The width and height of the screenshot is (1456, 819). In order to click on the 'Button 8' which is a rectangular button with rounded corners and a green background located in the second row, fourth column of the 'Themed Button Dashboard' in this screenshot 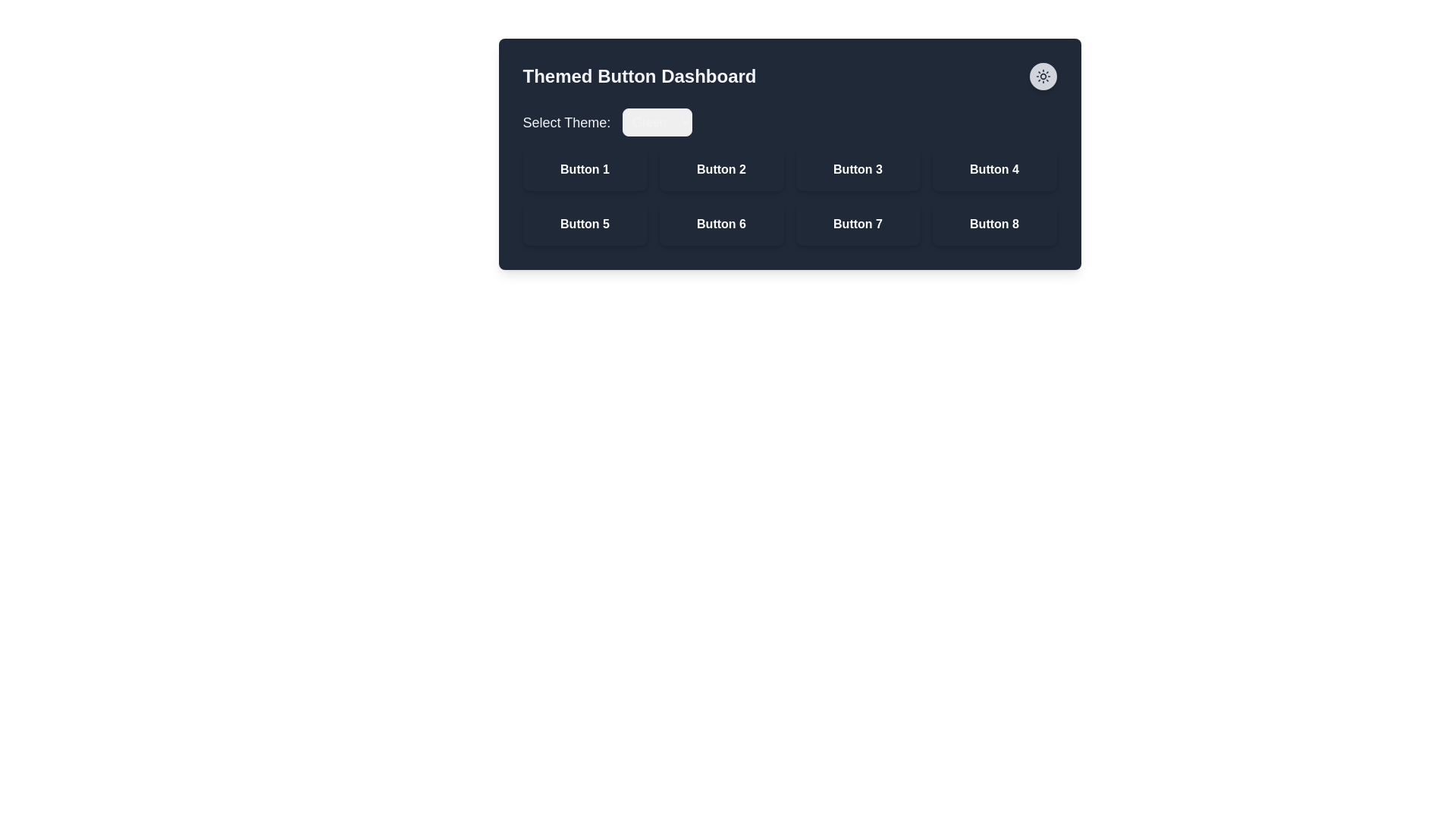, I will do `click(994, 224)`.